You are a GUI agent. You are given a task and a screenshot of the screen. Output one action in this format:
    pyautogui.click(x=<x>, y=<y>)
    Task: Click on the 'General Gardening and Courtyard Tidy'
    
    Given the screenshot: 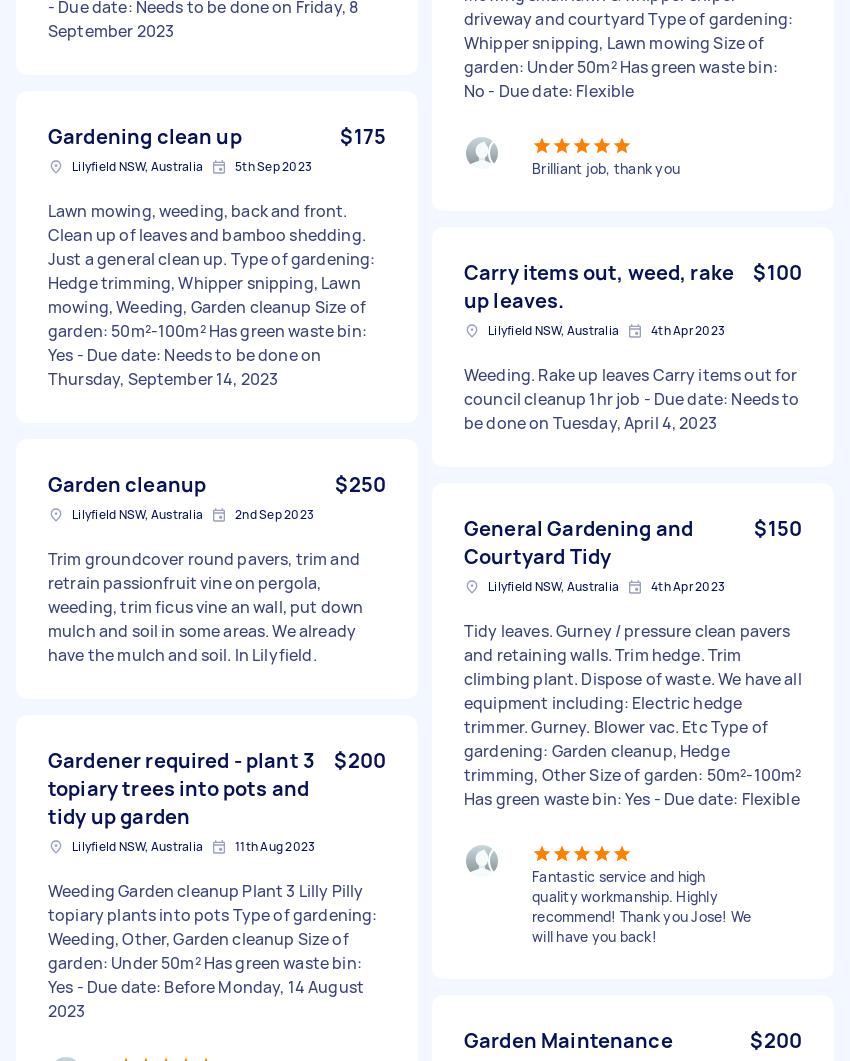 What is the action you would take?
    pyautogui.click(x=578, y=541)
    